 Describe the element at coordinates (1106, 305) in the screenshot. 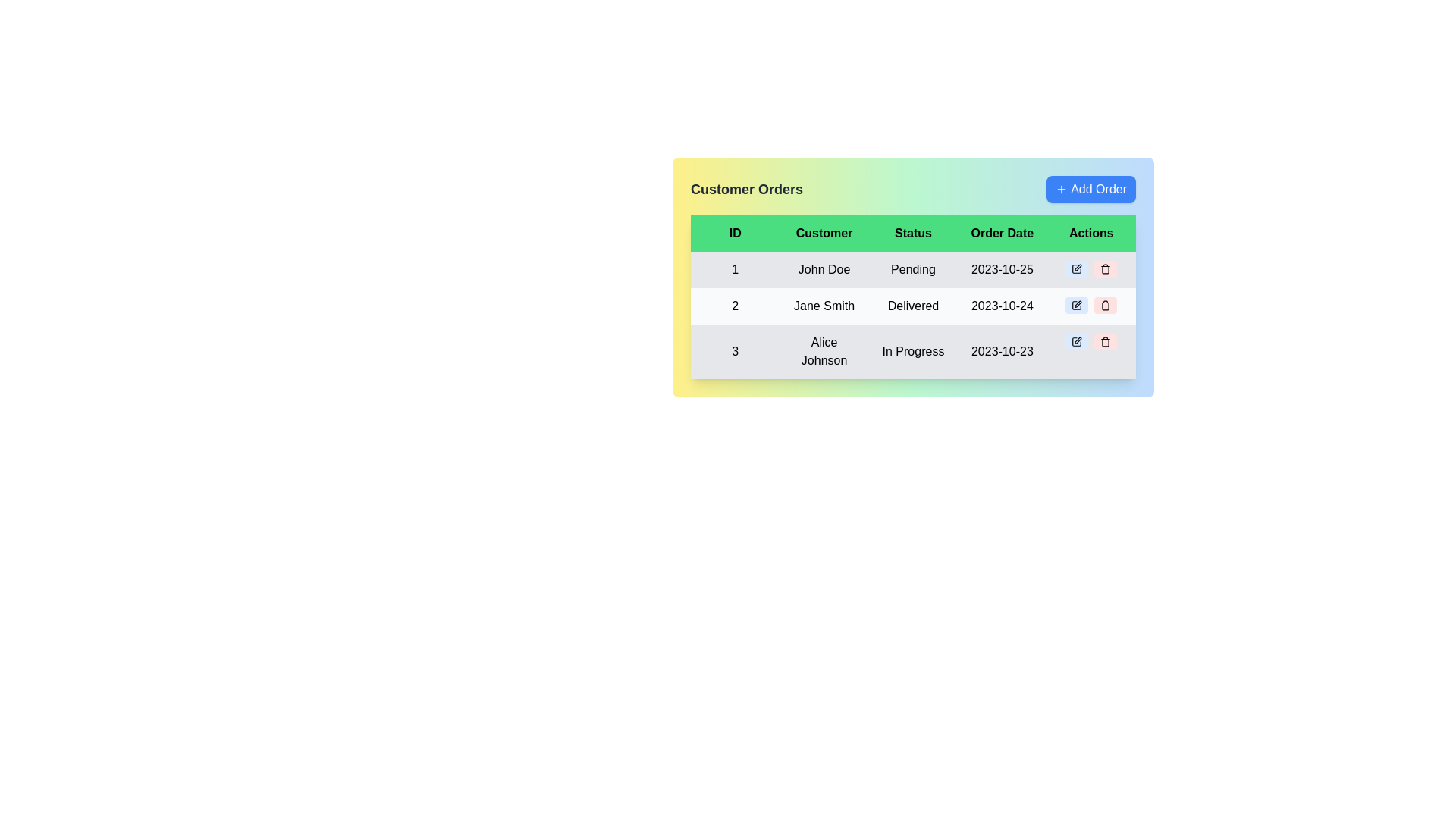

I see `the Trash Can icon located in the 'Actions' column of the second row in the 'Customer Orders' table` at that location.